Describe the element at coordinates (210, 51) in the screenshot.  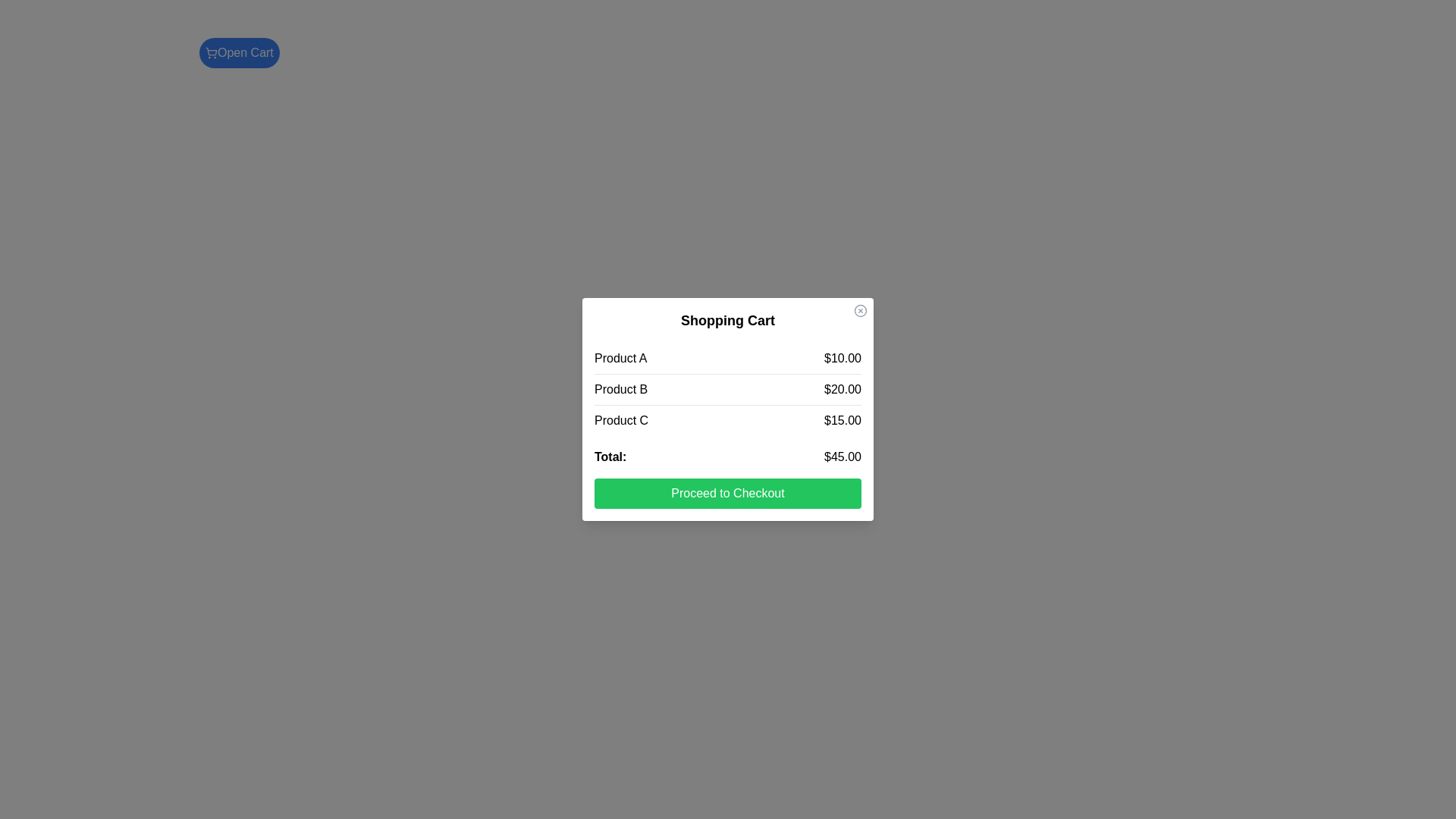
I see `the shopping cart icon, which is a graphical representation used in e-commerce interfaces, featuring a rounded rectangular shape and two wheels at the bottom` at that location.